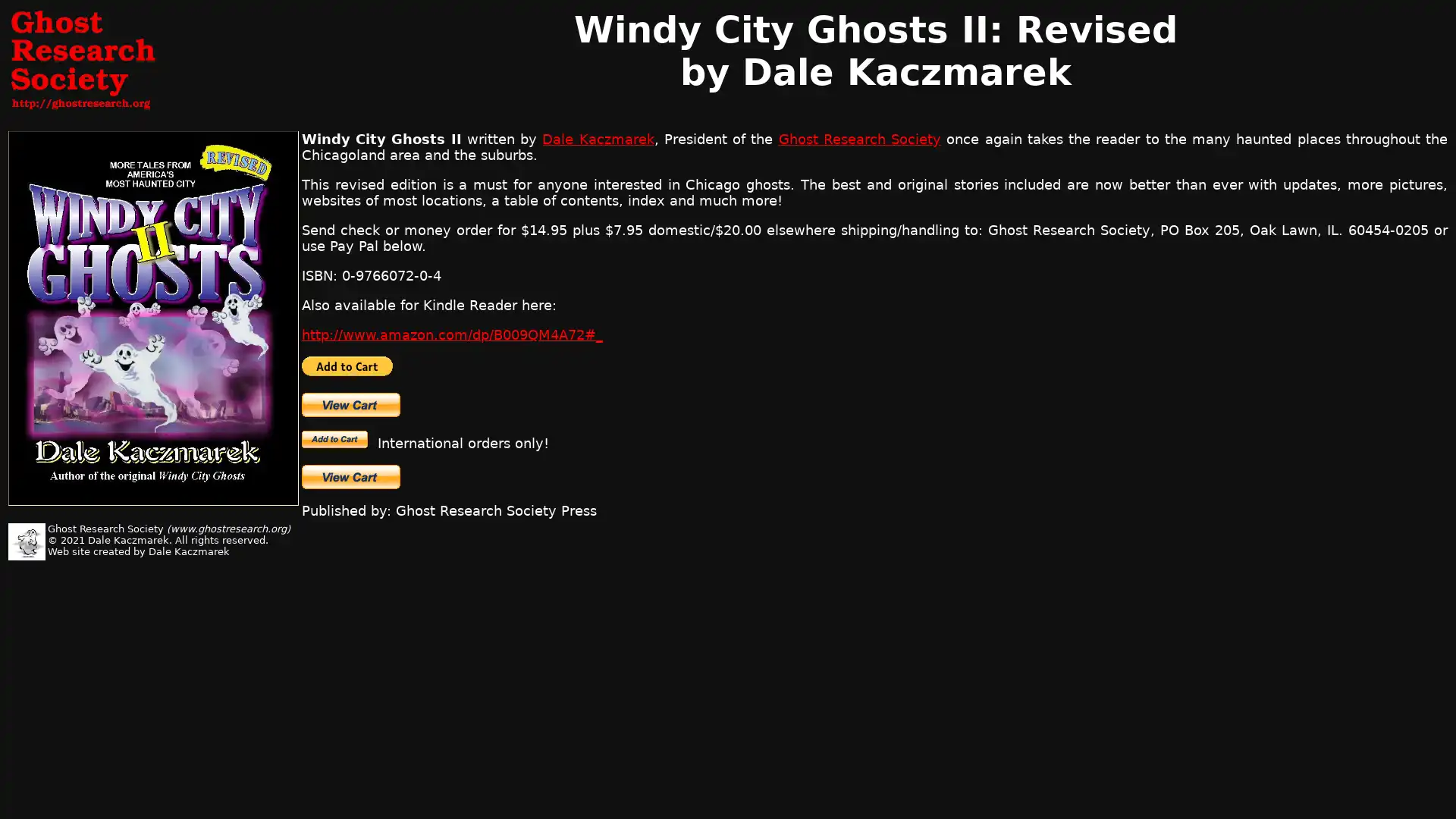 This screenshot has height=819, width=1456. What do you see at coordinates (350, 475) in the screenshot?
I see `Make payments with PayPal - it's fast, free and secure!` at bounding box center [350, 475].